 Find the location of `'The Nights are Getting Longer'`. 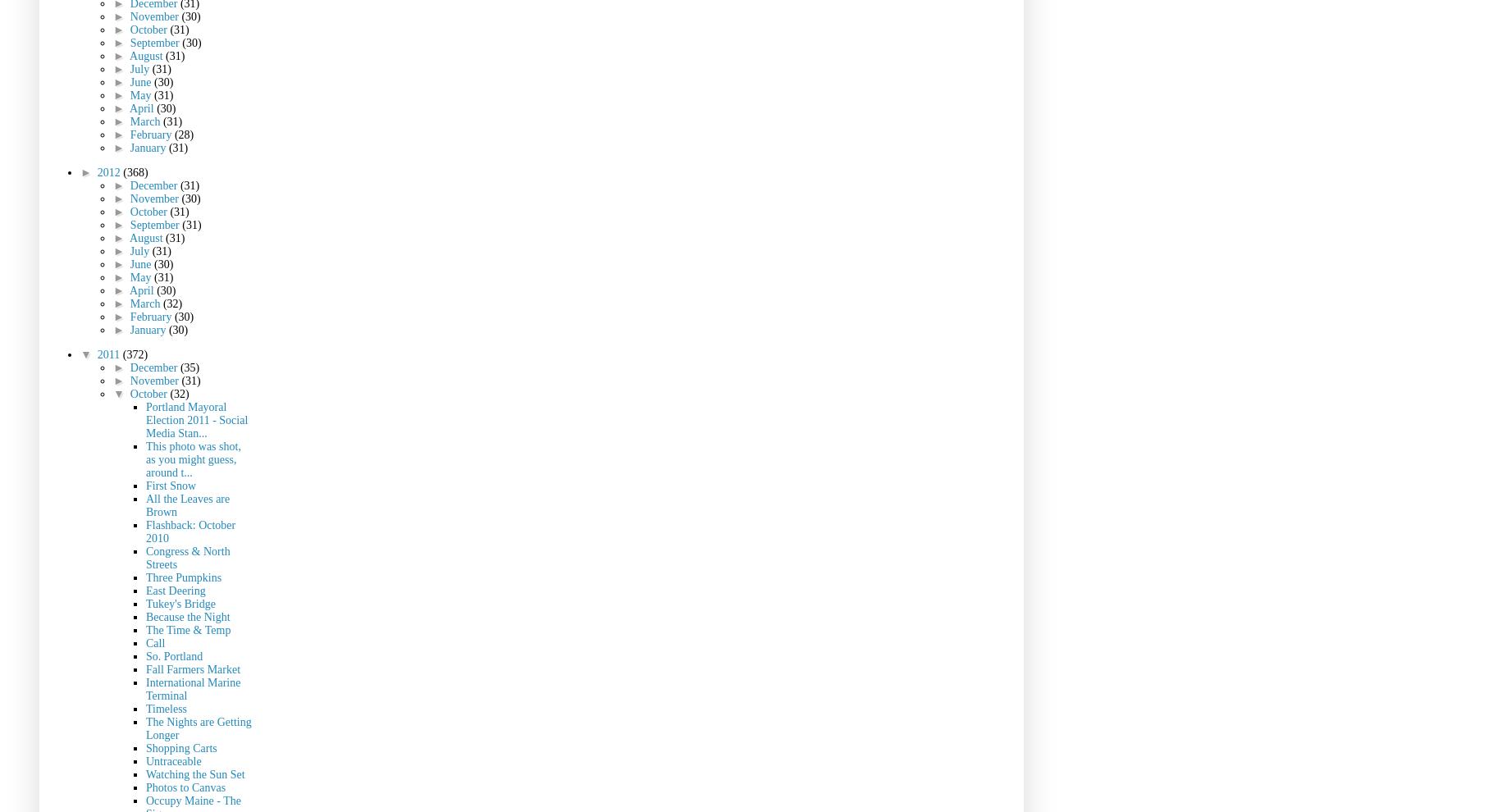

'The Nights are Getting Longer' is located at coordinates (199, 728).